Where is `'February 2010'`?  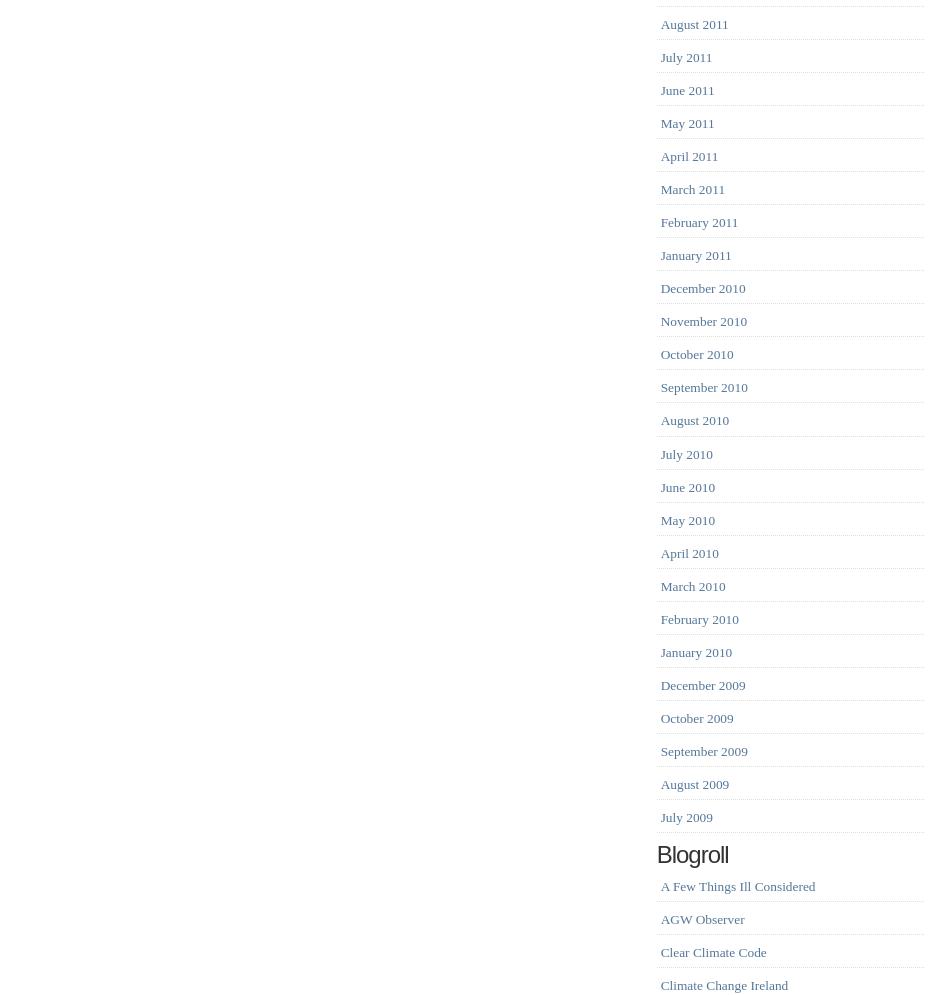
'February 2010' is located at coordinates (660, 618).